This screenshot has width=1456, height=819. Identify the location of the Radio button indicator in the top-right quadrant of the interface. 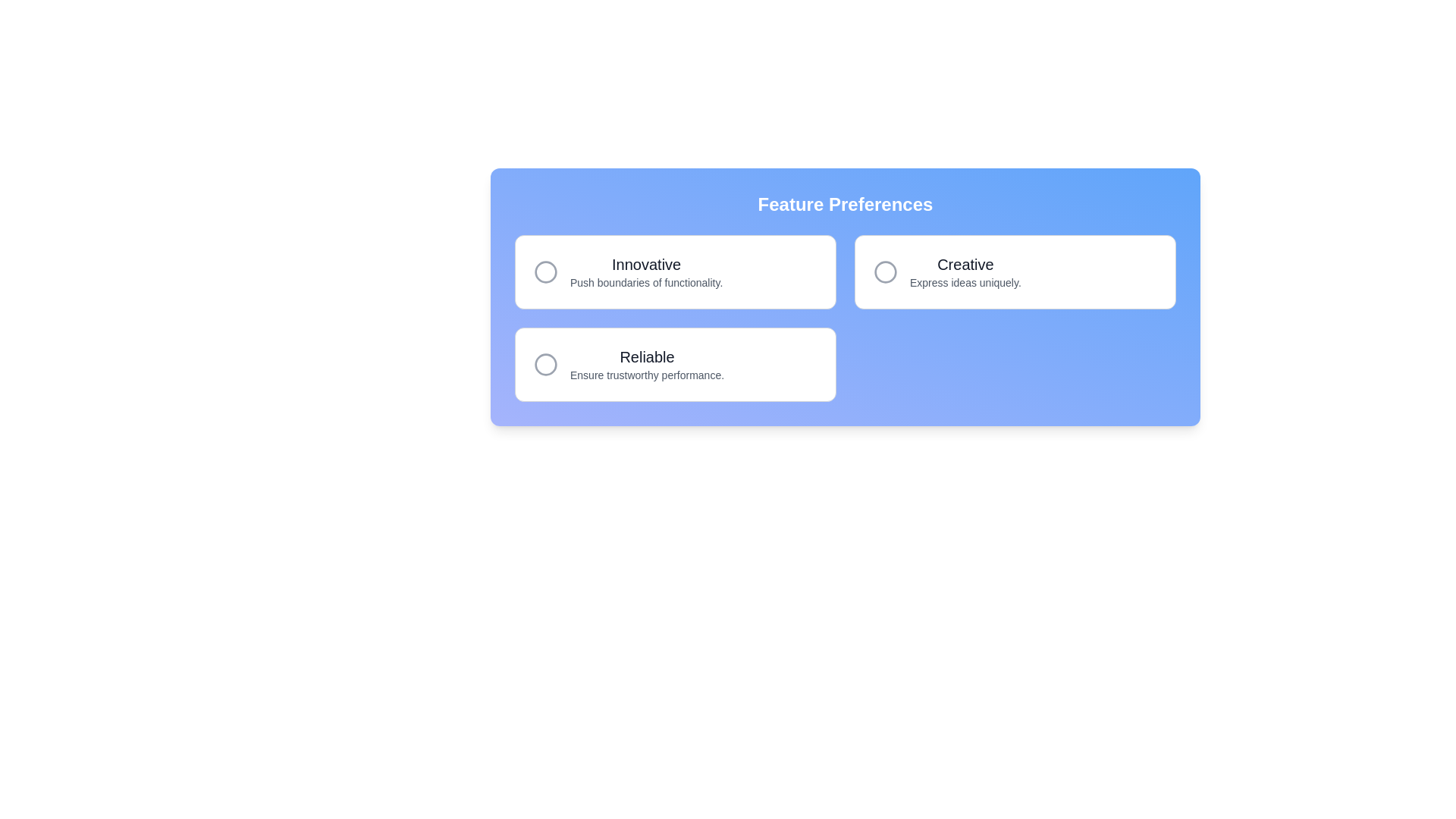
(885, 271).